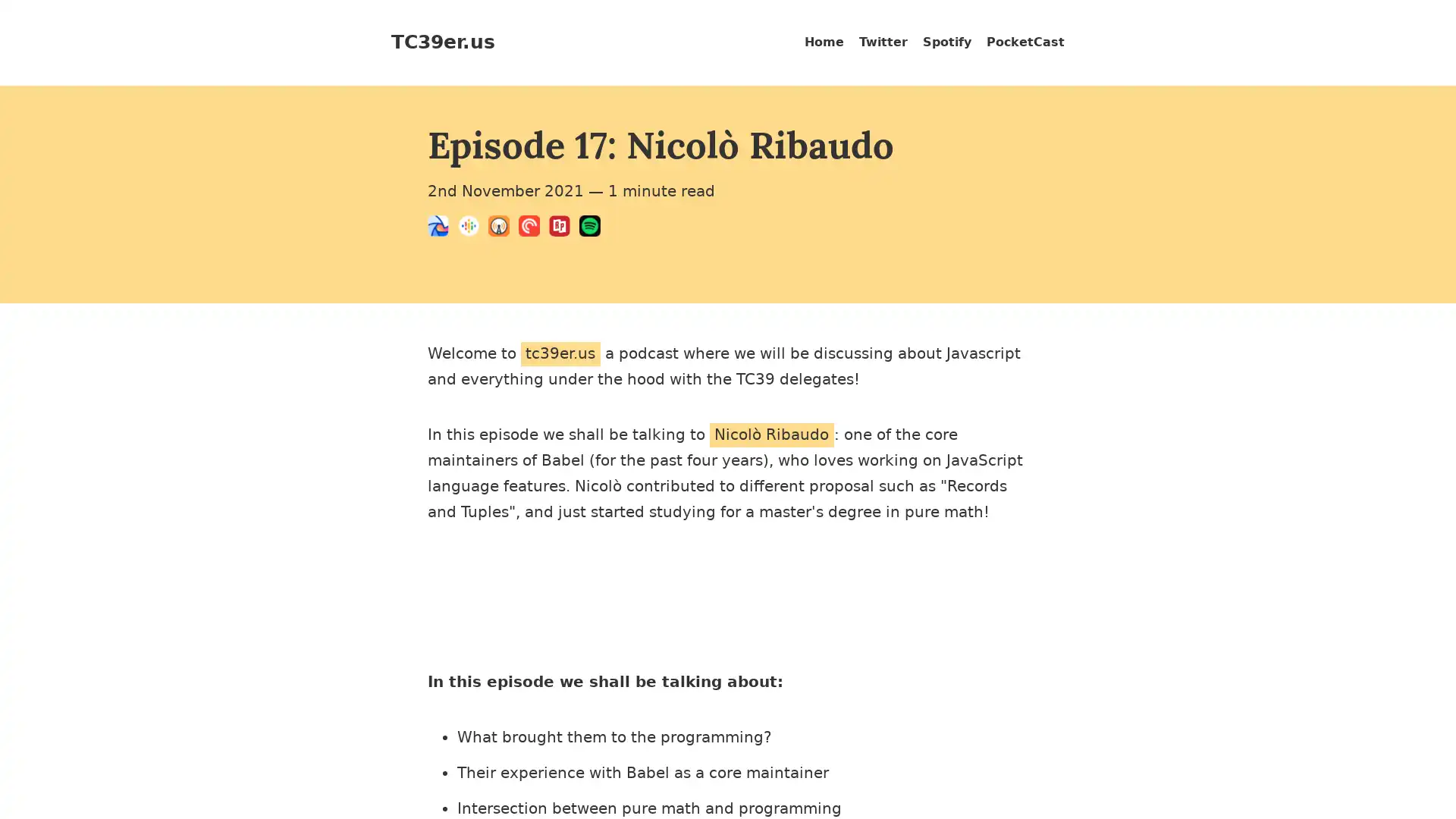 The width and height of the screenshot is (1456, 819). What do you see at coordinates (503, 228) in the screenshot?
I see `Overcast Logo` at bounding box center [503, 228].